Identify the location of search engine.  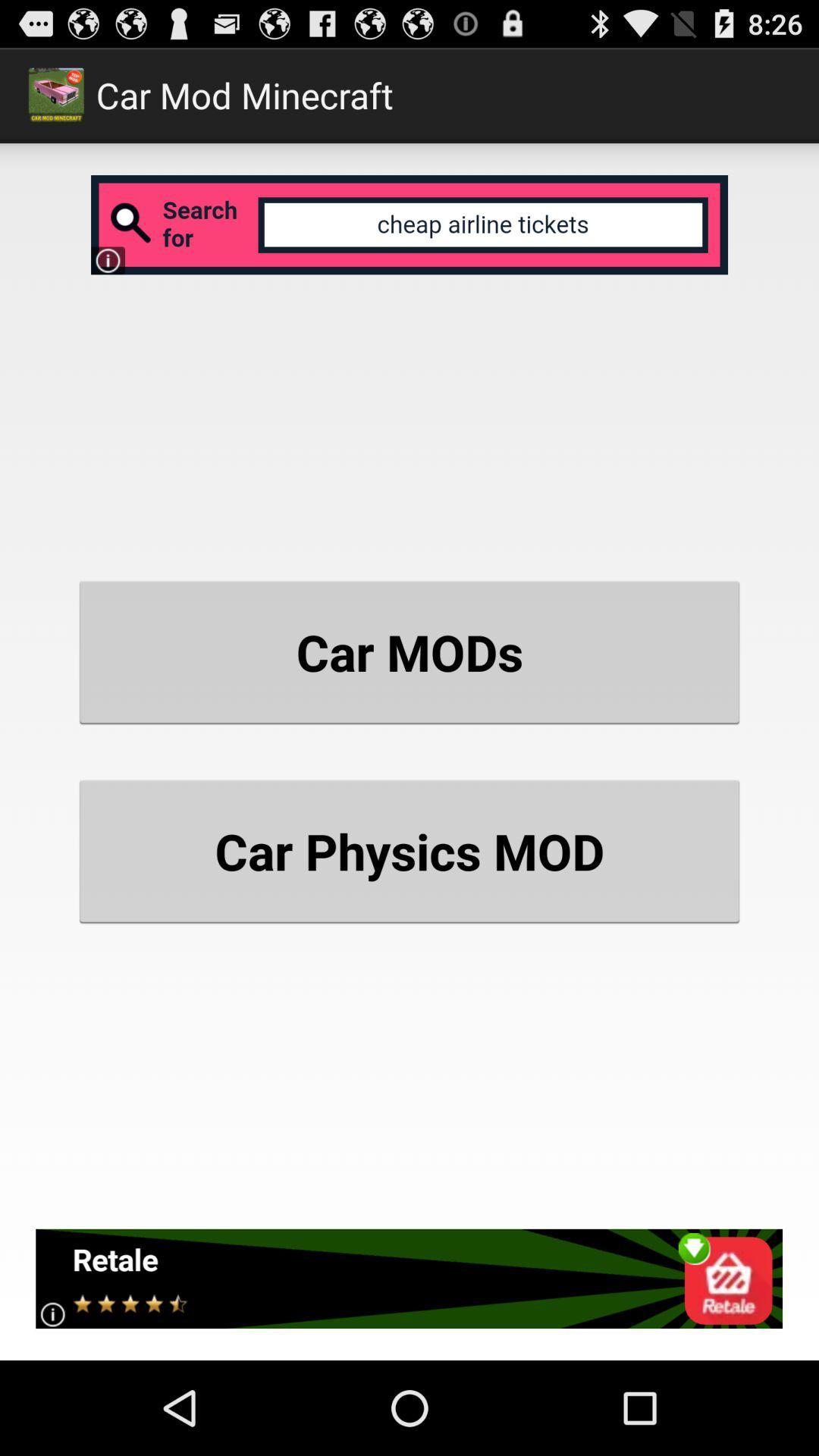
(409, 224).